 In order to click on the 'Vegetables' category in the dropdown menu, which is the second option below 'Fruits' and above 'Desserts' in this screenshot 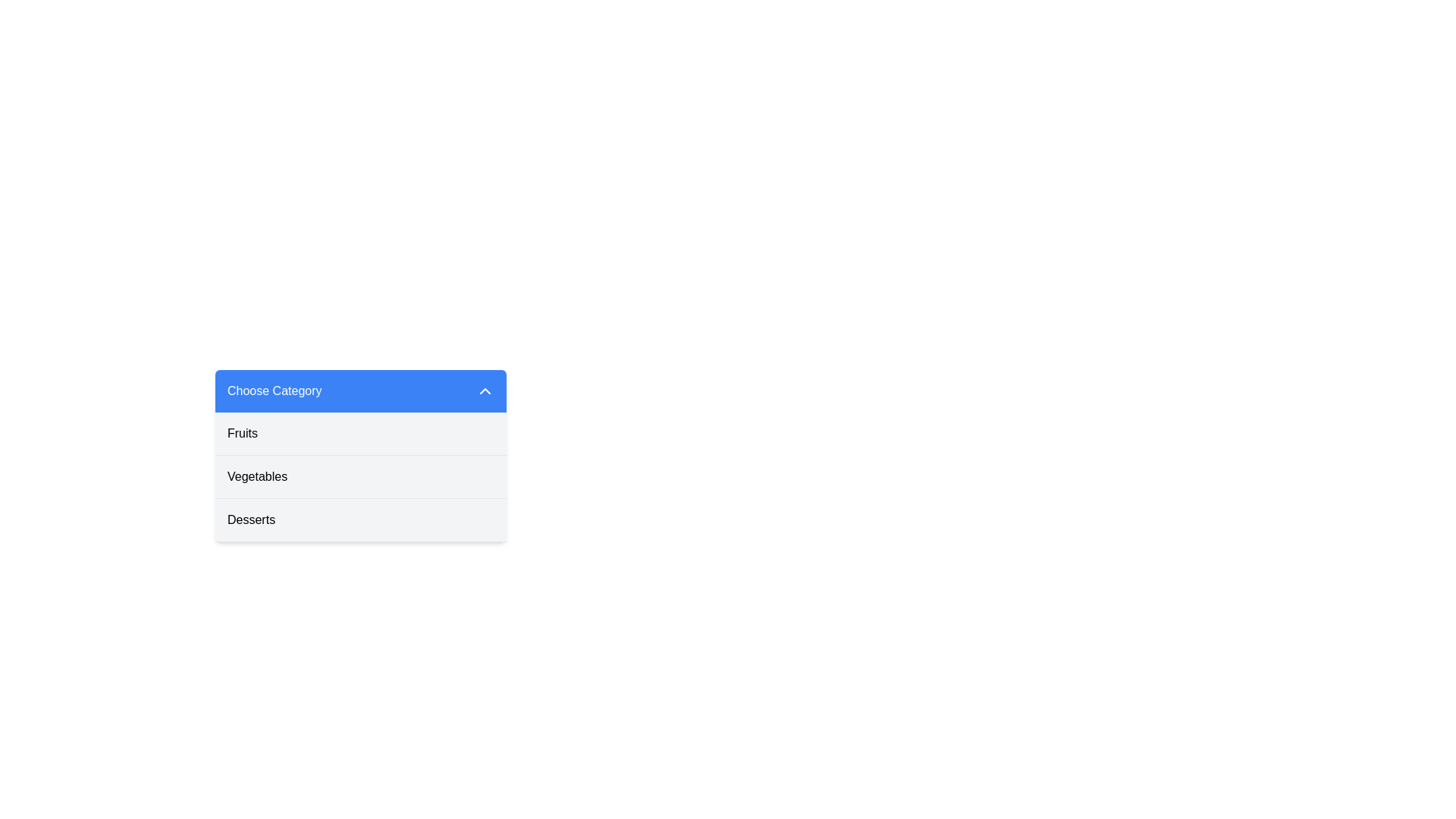, I will do `click(359, 475)`.